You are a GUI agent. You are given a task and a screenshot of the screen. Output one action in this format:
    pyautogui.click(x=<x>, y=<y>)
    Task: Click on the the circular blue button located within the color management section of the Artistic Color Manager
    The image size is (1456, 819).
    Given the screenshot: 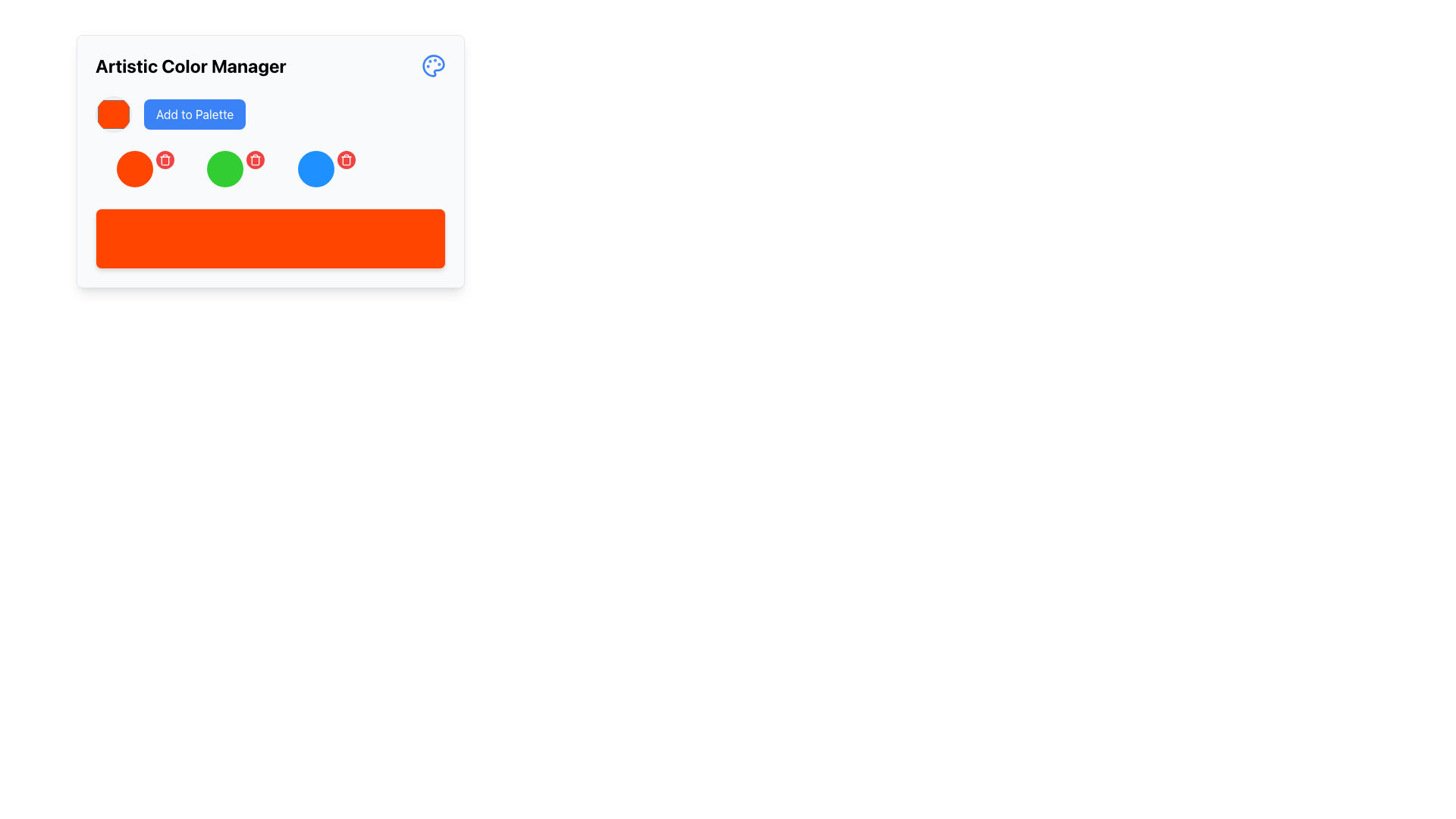 What is the action you would take?
    pyautogui.click(x=315, y=169)
    